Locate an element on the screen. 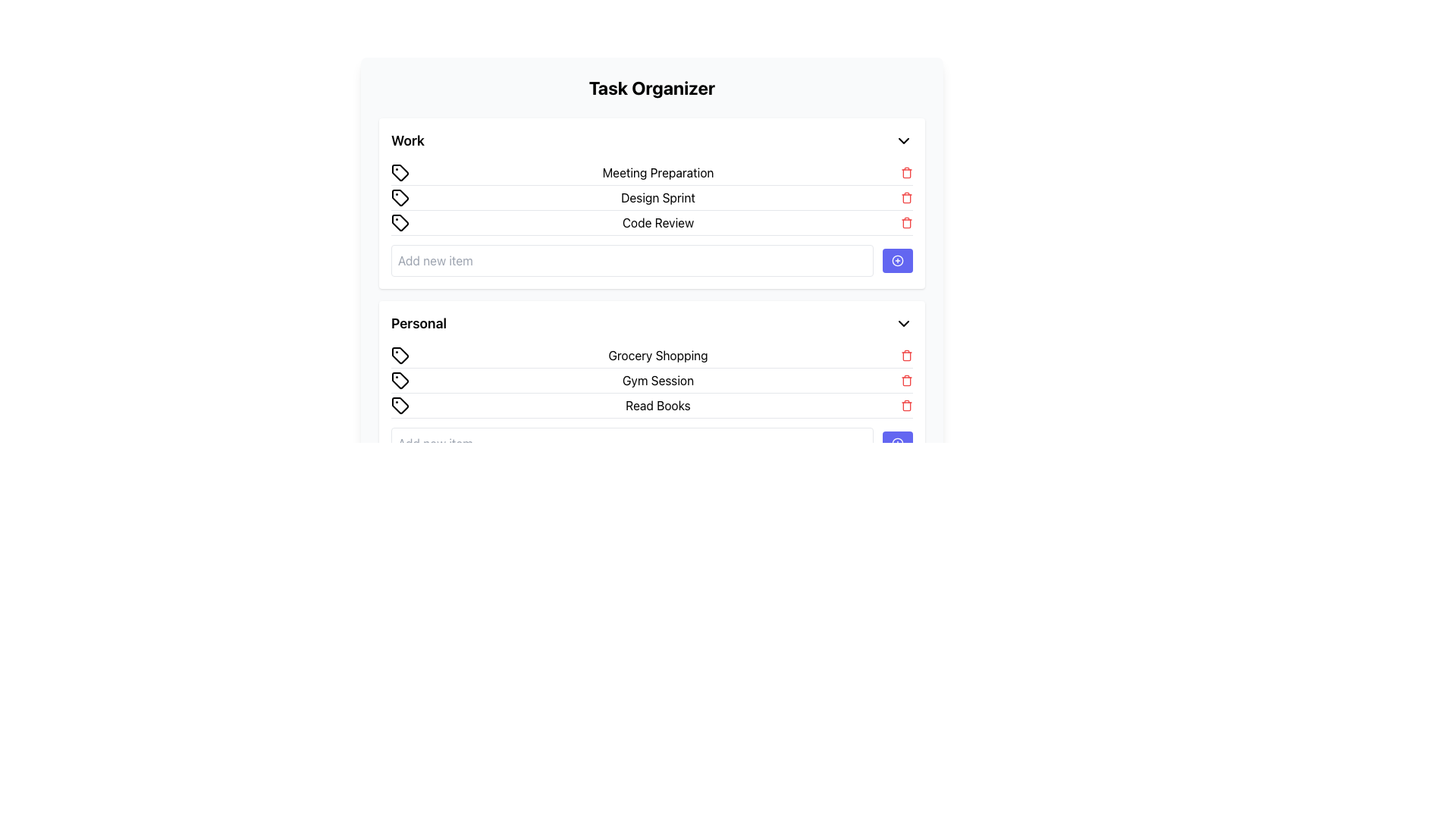 This screenshot has height=819, width=1456. on the text label displaying the name or title of a task in the third row of the 'Work' task list, located between a tag icon and a red delete icon is located at coordinates (658, 222).